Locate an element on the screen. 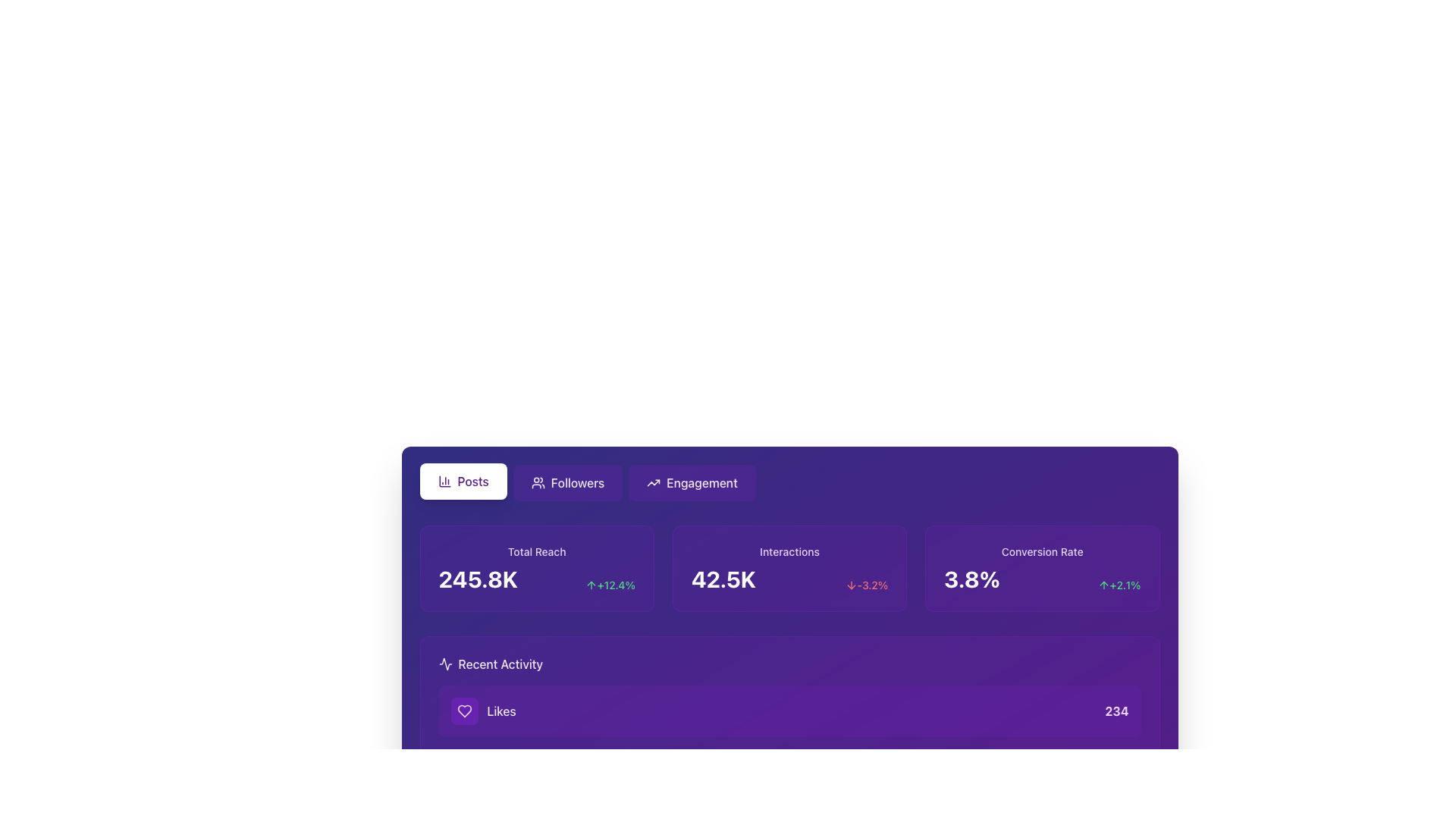 Image resolution: width=1456 pixels, height=819 pixels. the 'Conversion Rate' metric display card located in the rightmost column of the grid, which shows the current percentage and a growth indicator is located at coordinates (1041, 568).